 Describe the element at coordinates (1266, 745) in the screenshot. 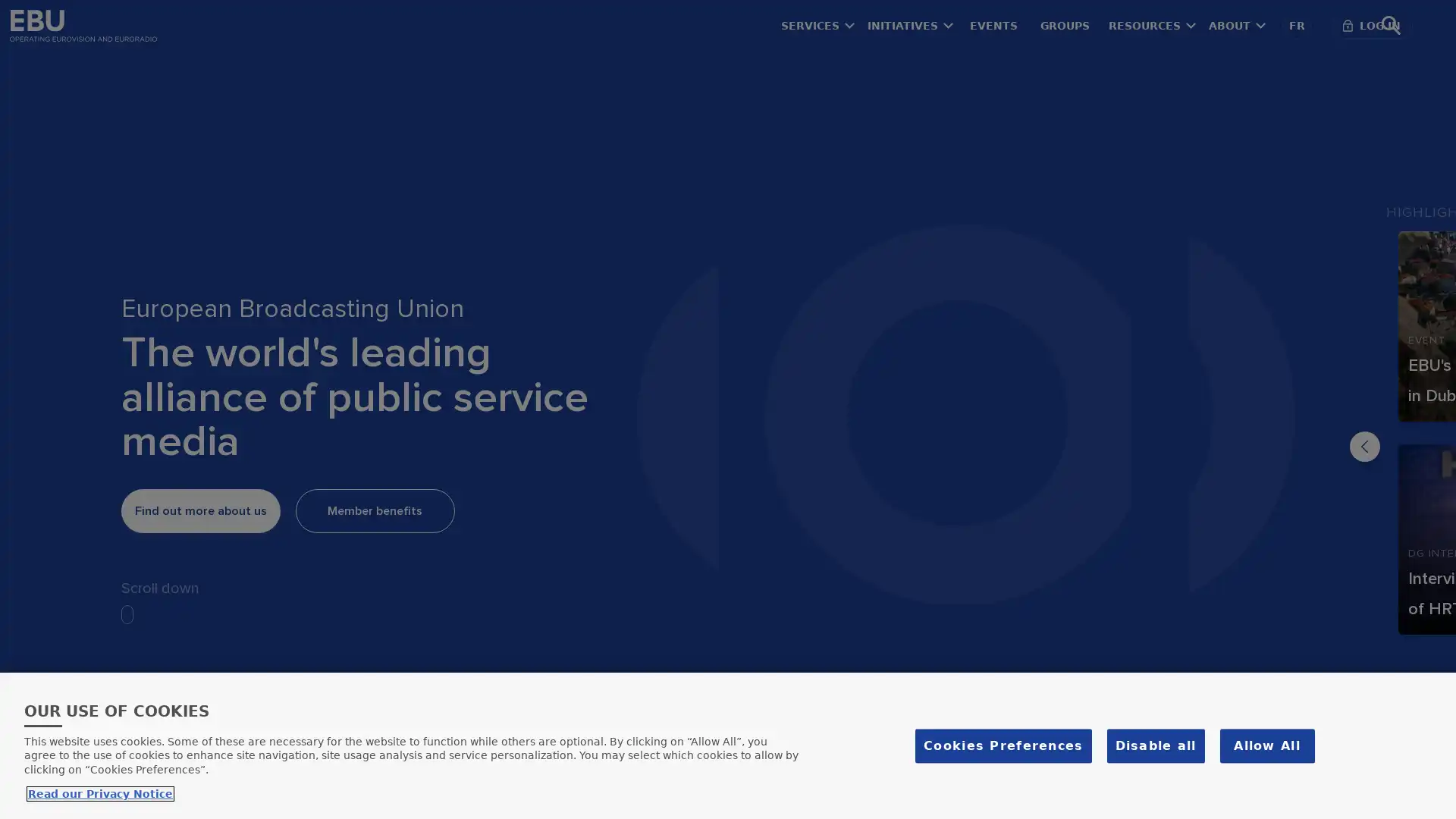

I see `Allow All` at that location.